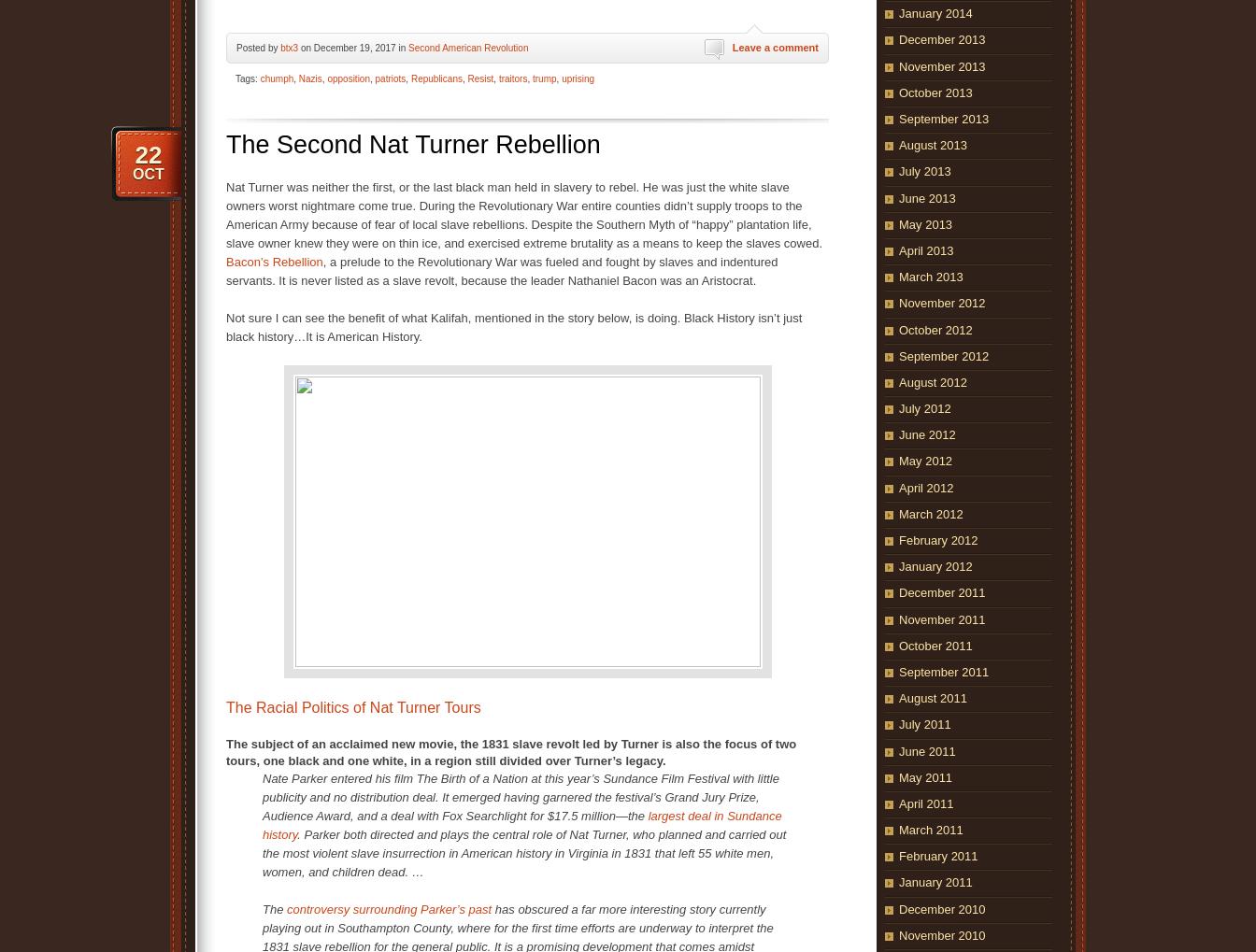 The height and width of the screenshot is (952, 1256). What do you see at coordinates (289, 47) in the screenshot?
I see `'btx3'` at bounding box center [289, 47].